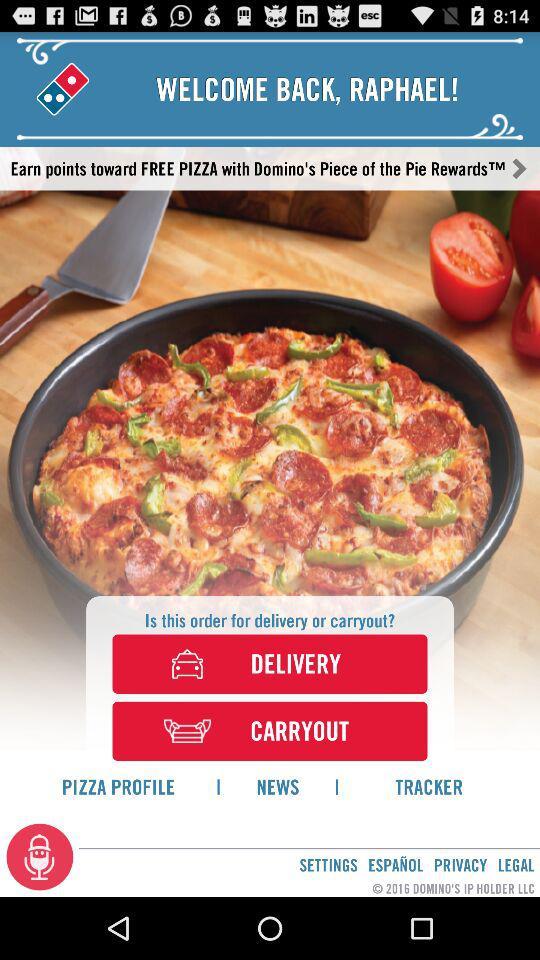  Describe the element at coordinates (516, 864) in the screenshot. I see `app next to privacy` at that location.